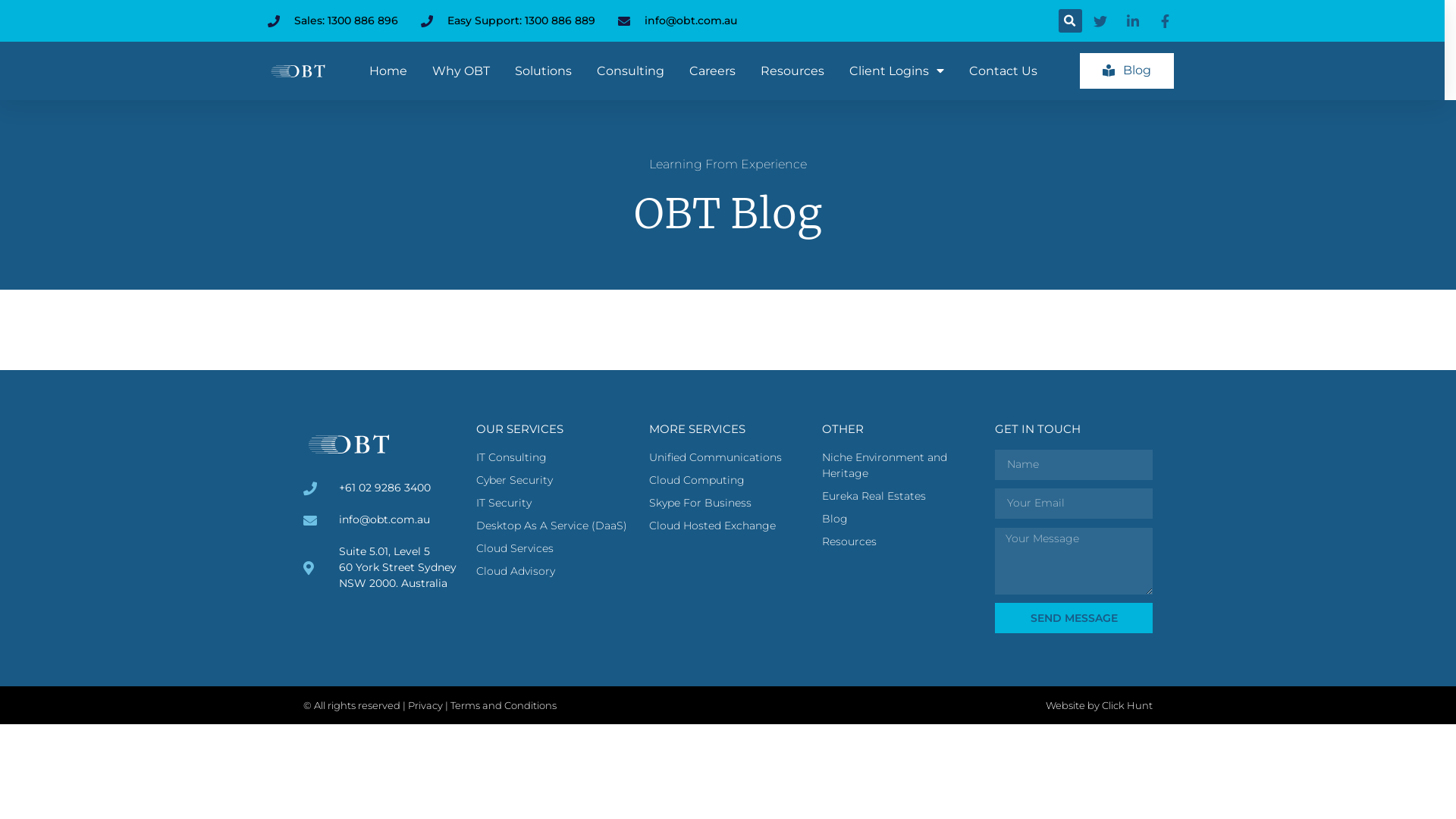 This screenshot has height=819, width=1456. Describe the element at coordinates (475, 548) in the screenshot. I see `'Cloud Services'` at that location.